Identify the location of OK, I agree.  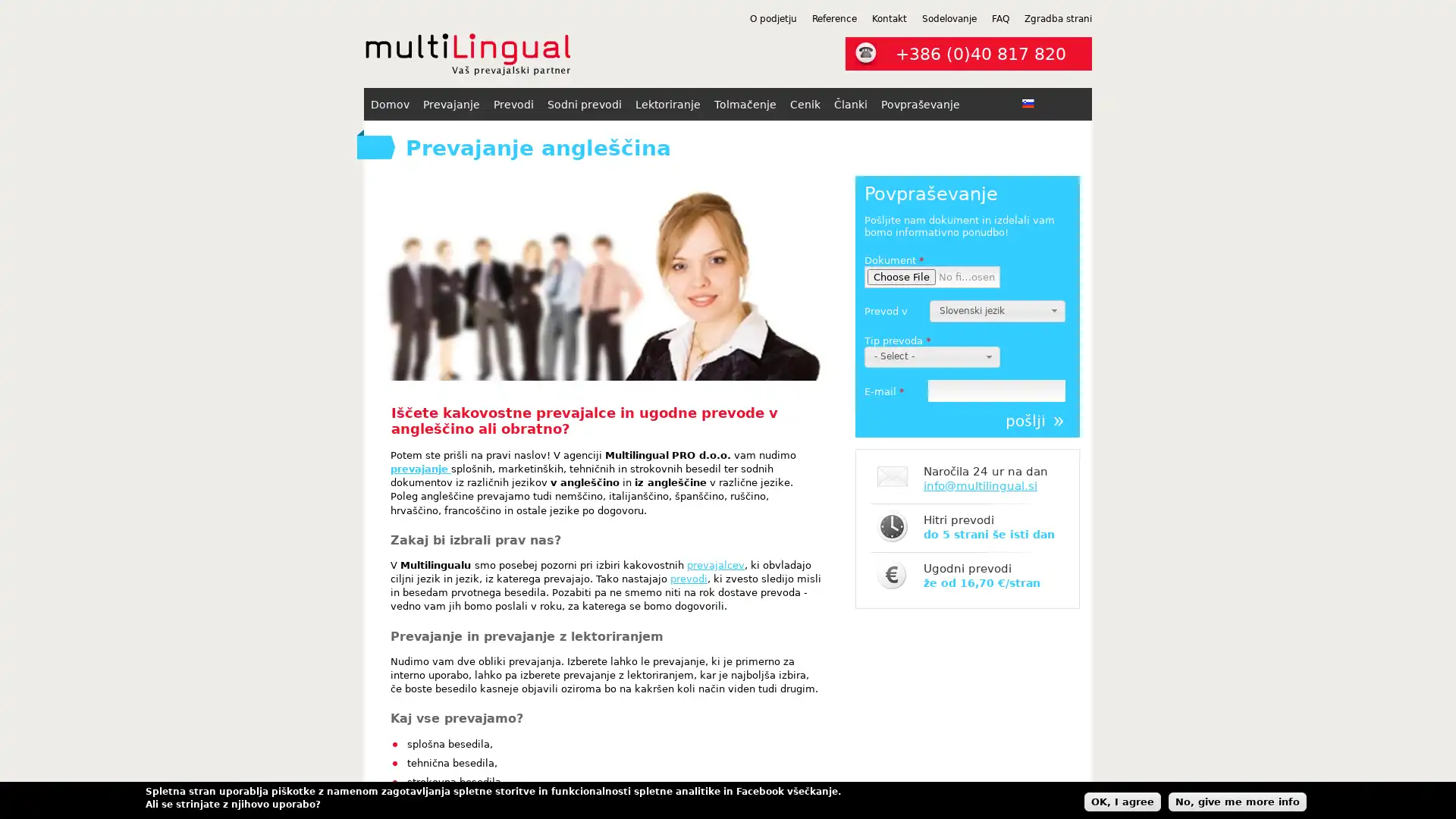
(1122, 800).